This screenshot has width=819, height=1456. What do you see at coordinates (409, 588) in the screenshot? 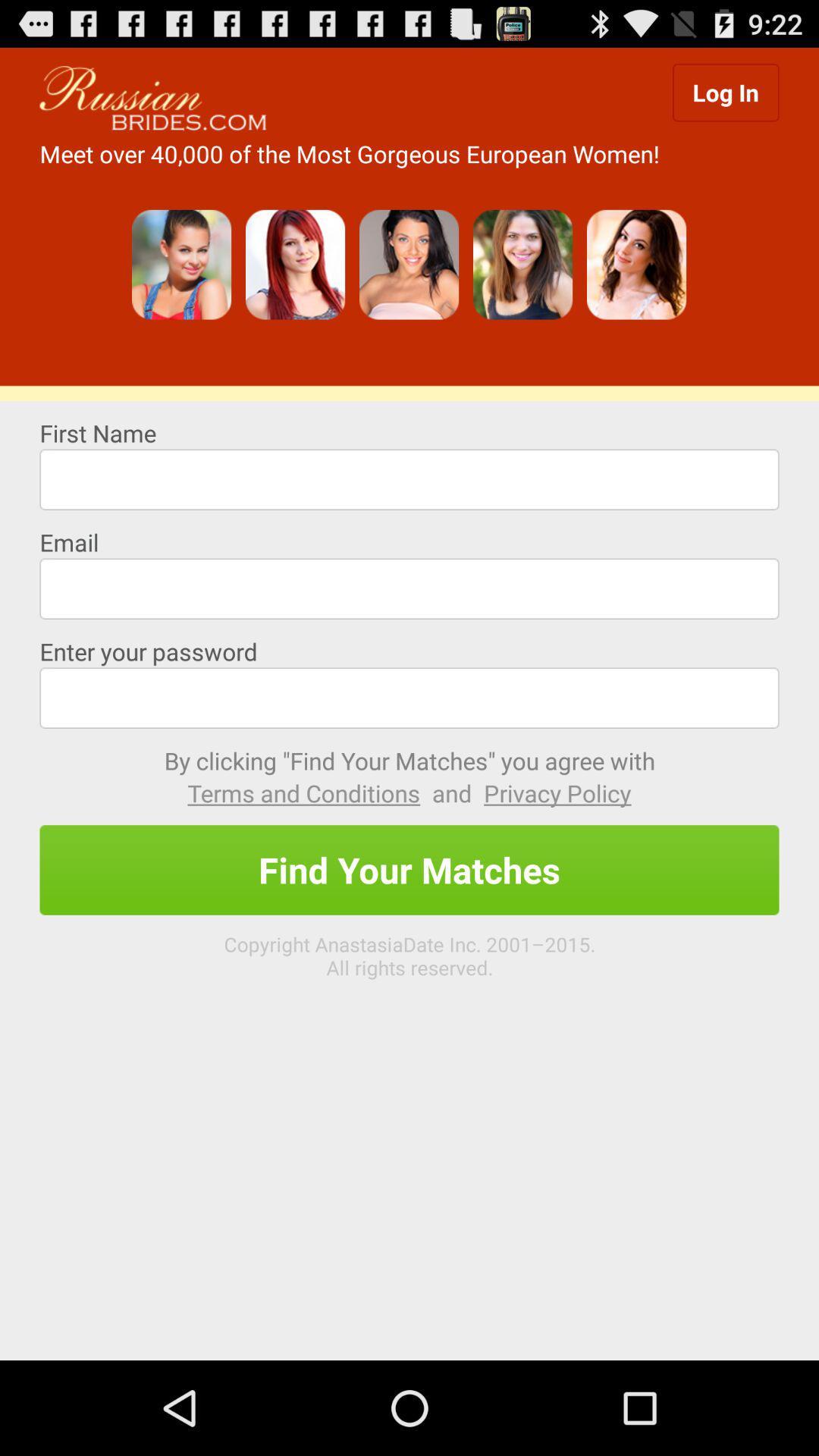
I see `text box` at bounding box center [409, 588].